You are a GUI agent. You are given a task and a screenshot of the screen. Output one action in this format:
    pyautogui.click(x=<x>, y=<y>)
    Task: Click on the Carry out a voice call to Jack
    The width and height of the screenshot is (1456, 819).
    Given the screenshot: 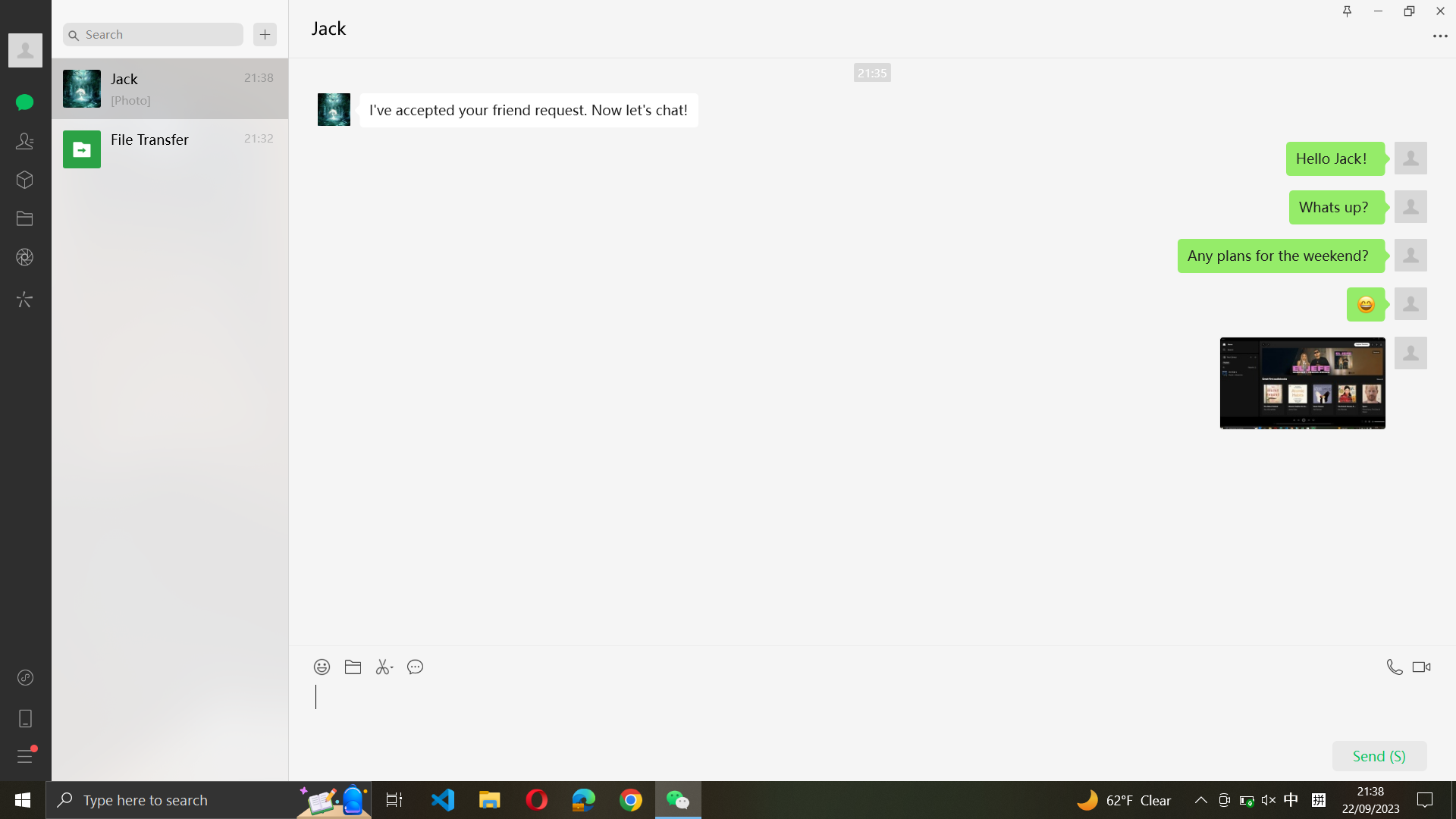 What is the action you would take?
    pyautogui.click(x=1392, y=663)
    